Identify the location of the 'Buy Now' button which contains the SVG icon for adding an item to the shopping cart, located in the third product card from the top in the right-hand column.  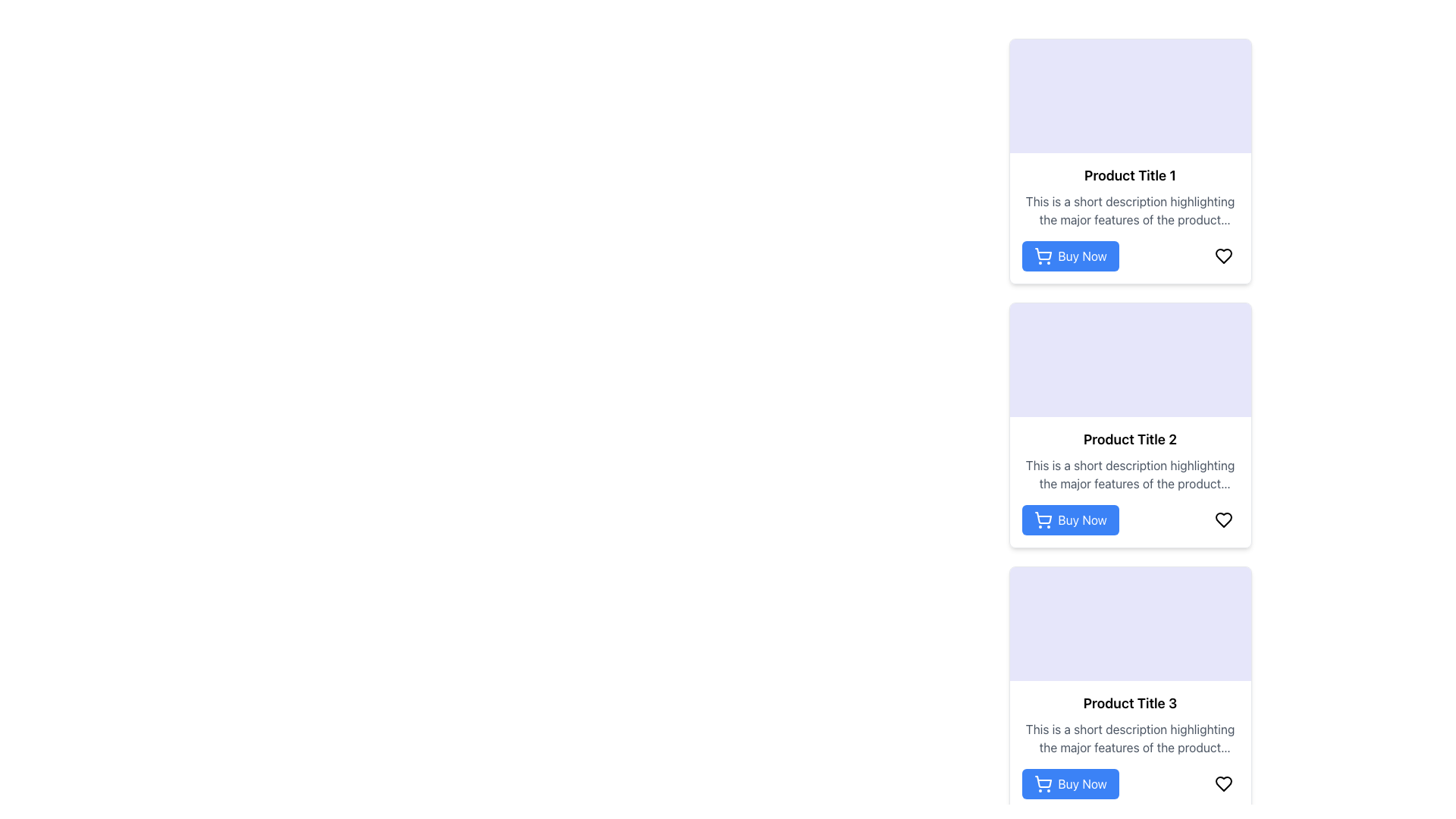
(1042, 783).